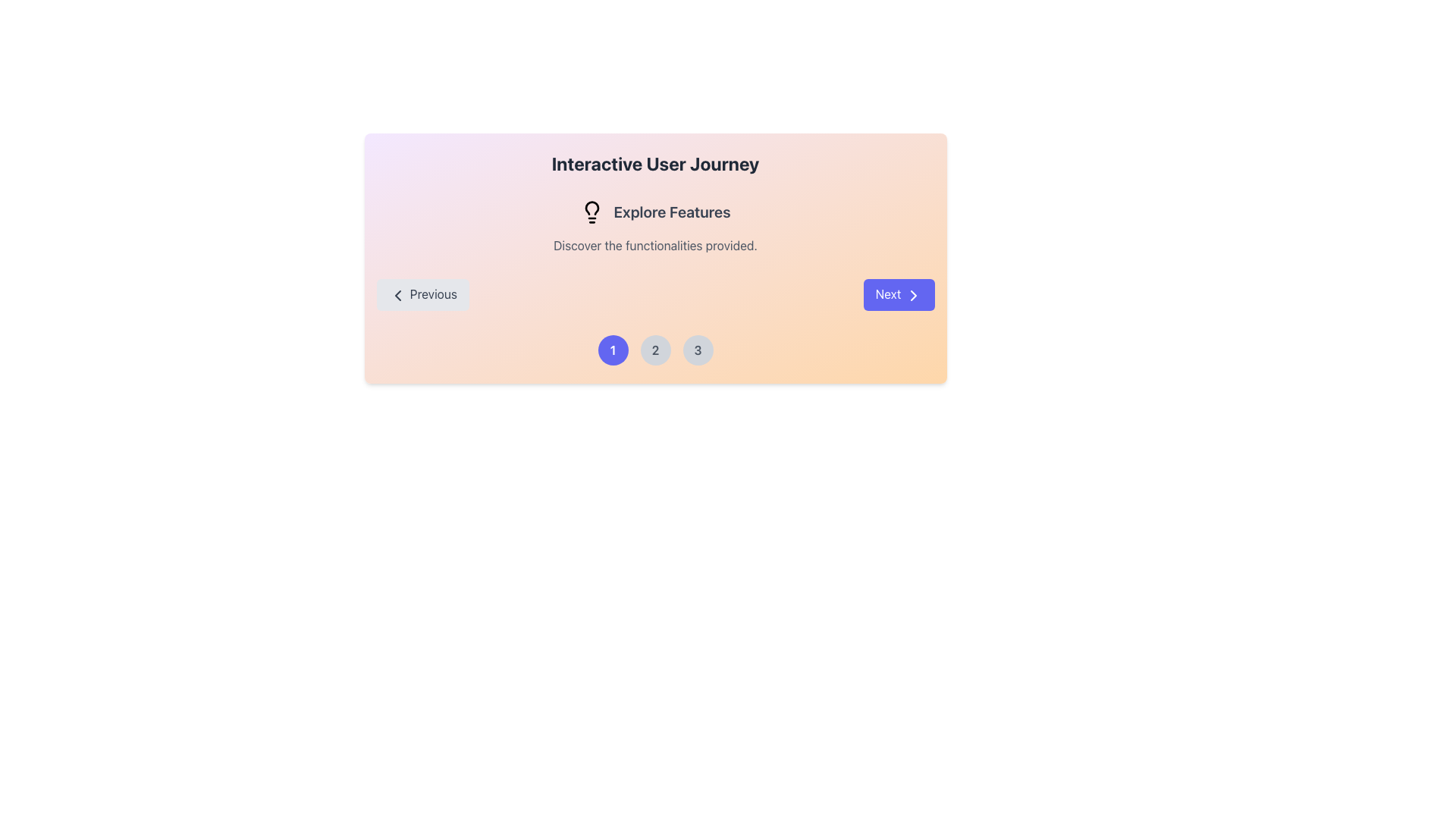  I want to click on the third button in a group of three pagination buttons, so click(697, 350).